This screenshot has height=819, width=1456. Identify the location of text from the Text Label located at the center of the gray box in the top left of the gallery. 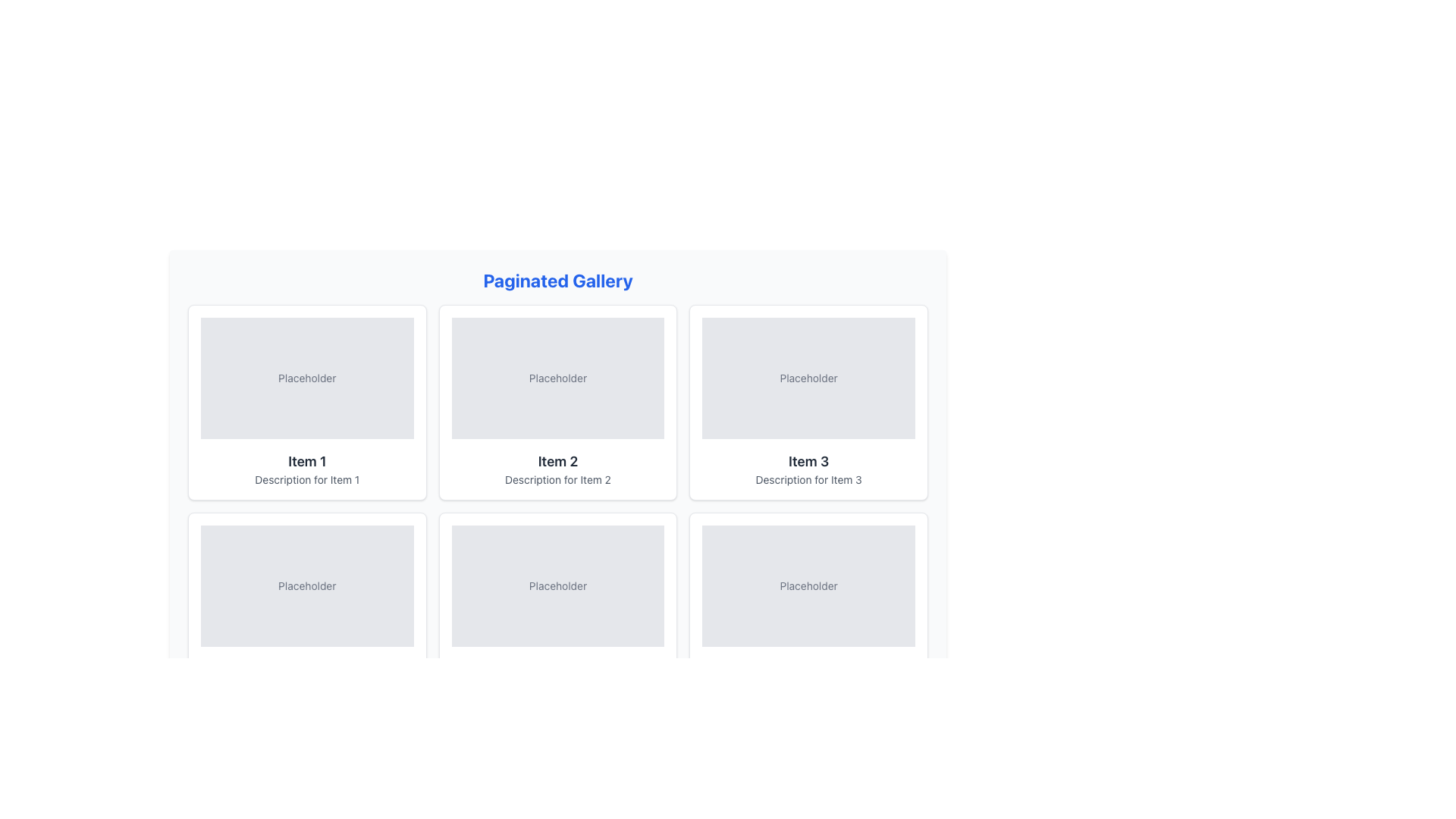
(306, 377).